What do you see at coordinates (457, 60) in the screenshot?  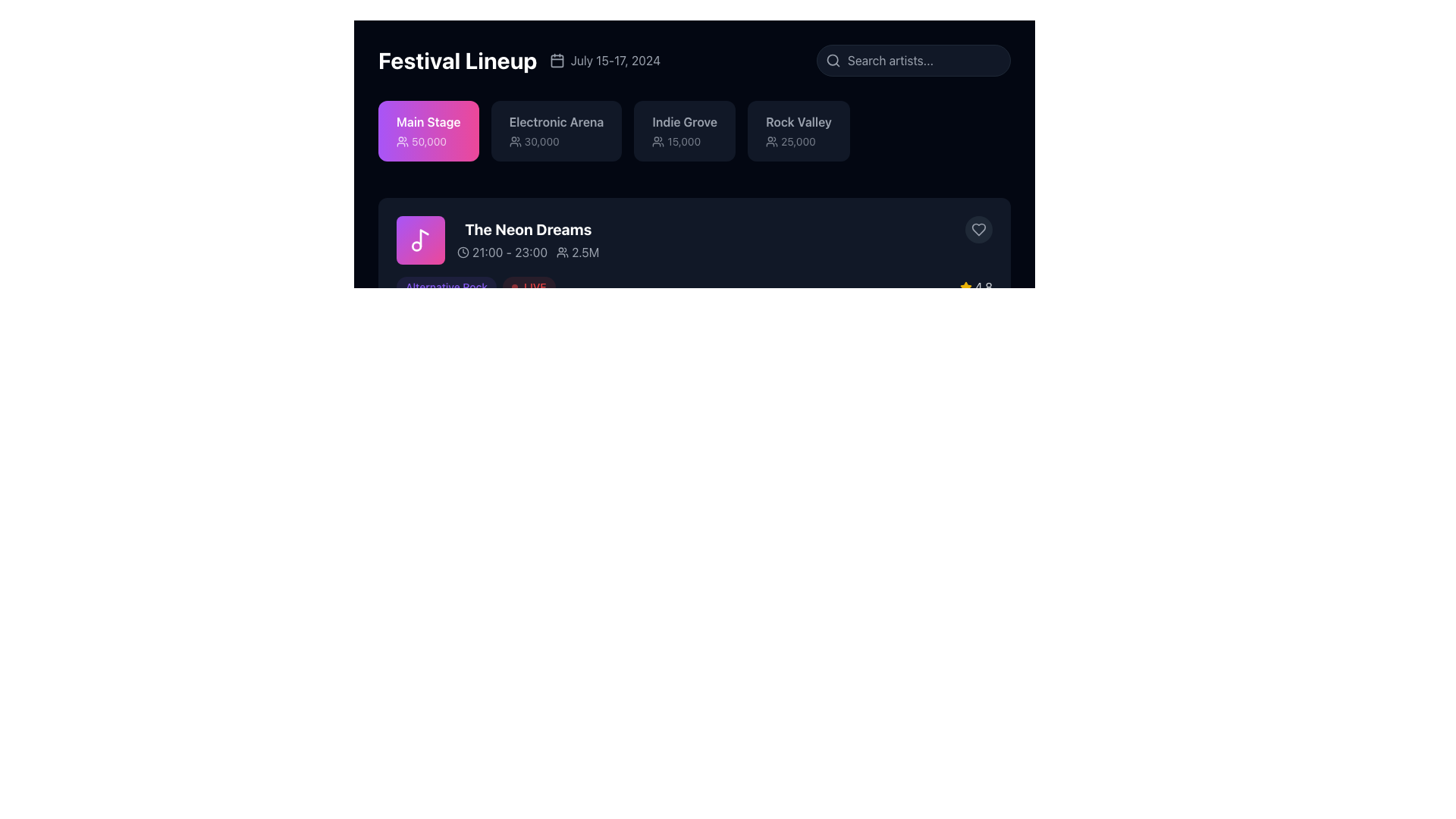 I see `the title text label 'Festival Lineup', which is bold and large-sized with white font against a dark background, located at the upper left section of its component` at bounding box center [457, 60].